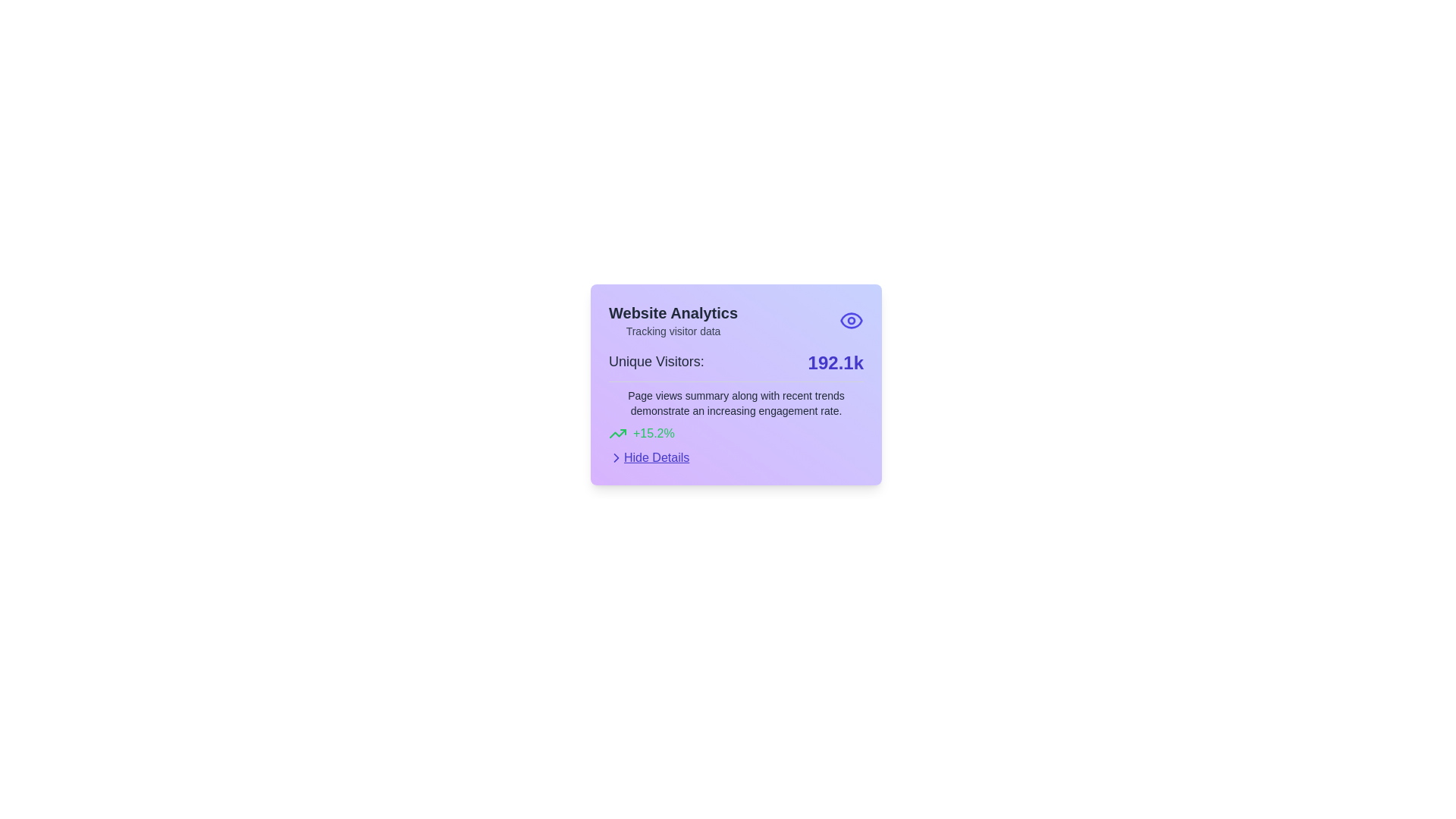 This screenshot has height=819, width=1456. What do you see at coordinates (654, 433) in the screenshot?
I see `value of the text label showing '+15.2%' in green color, positioned inline next to a leftward trending-up icon within an analytics data card` at bounding box center [654, 433].